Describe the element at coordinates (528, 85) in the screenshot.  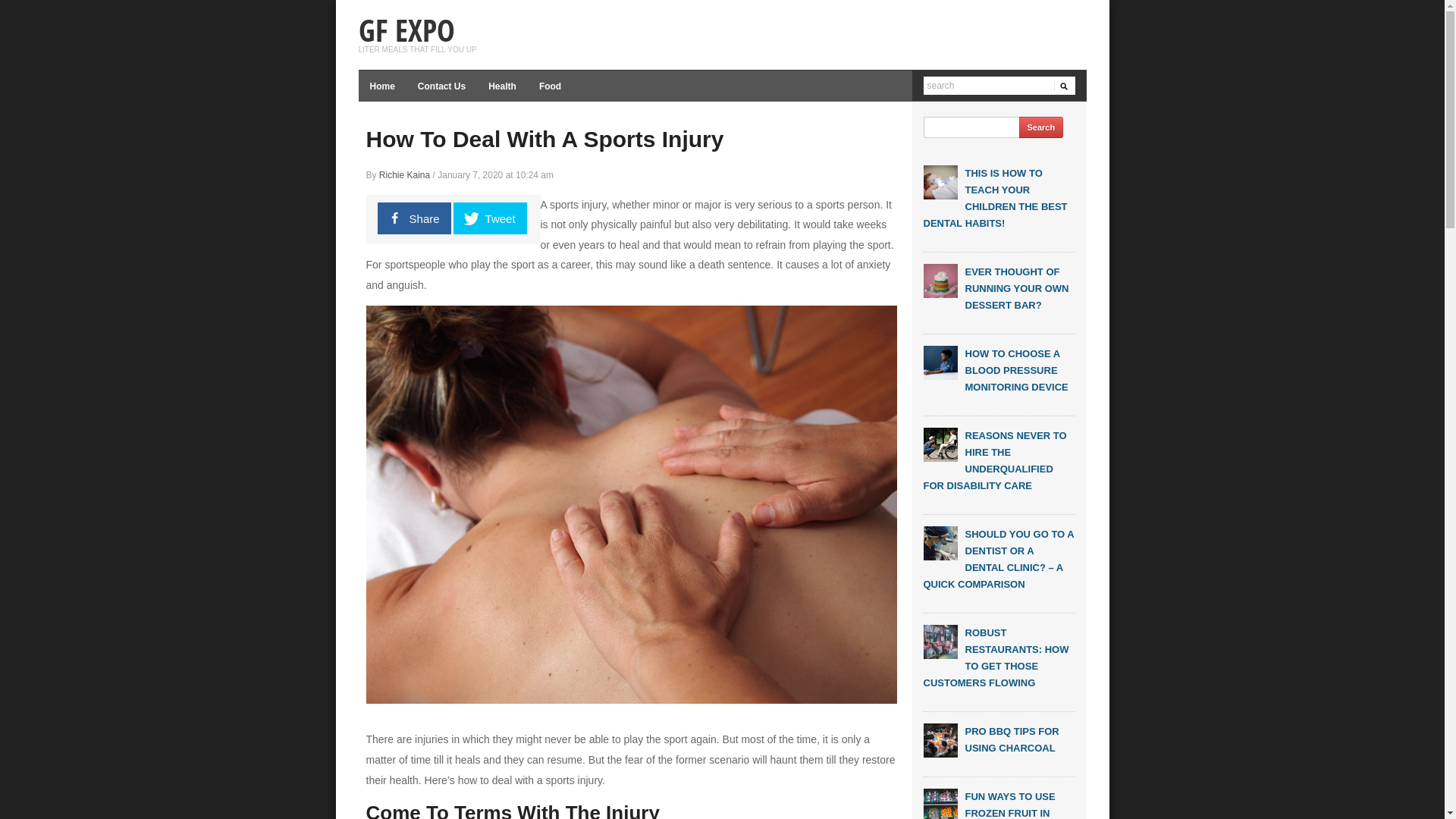
I see `'Food'` at that location.